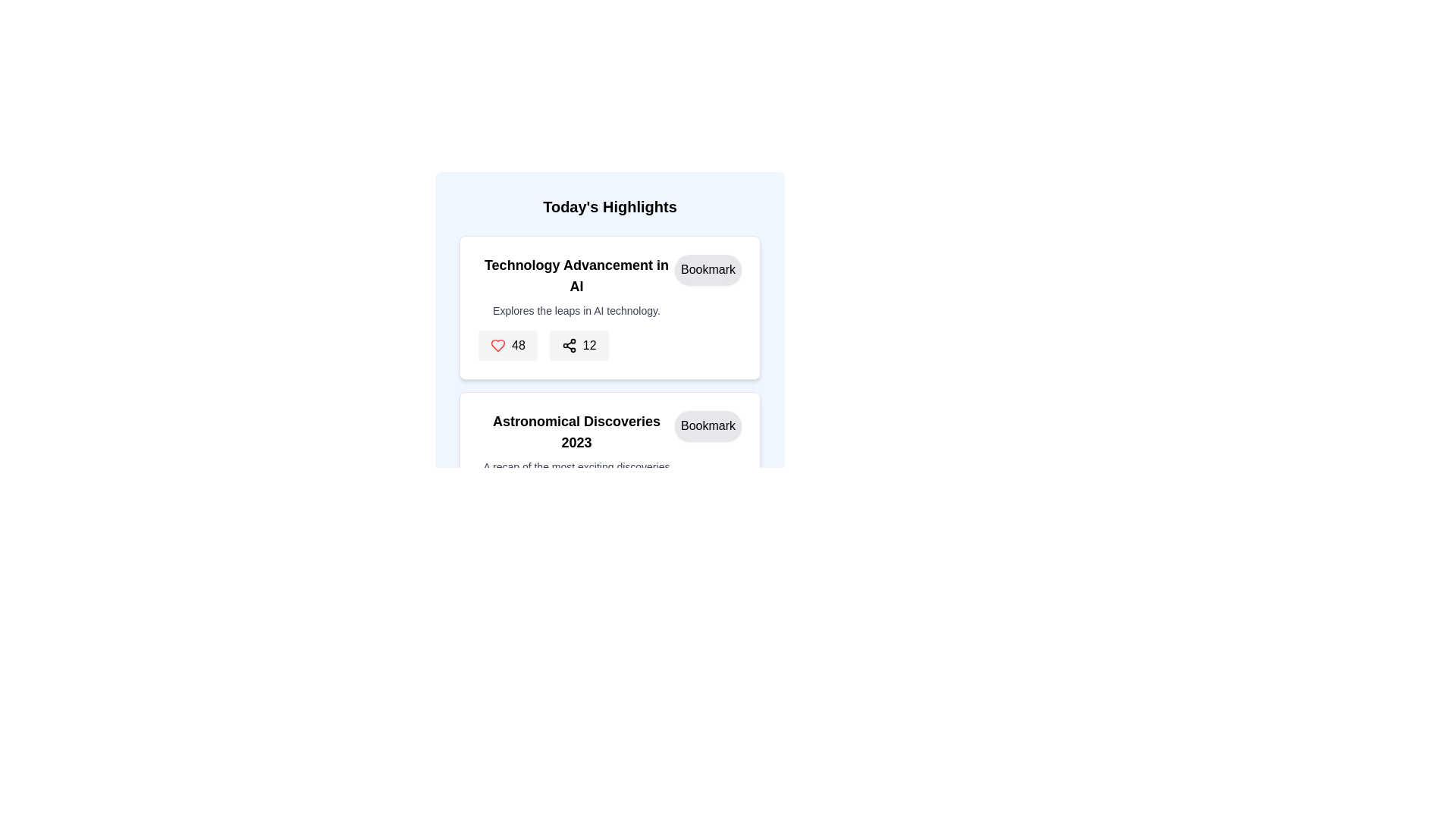  What do you see at coordinates (610, 309) in the screenshot?
I see `the first informational card titled 'Technology Advancement in AI'` at bounding box center [610, 309].